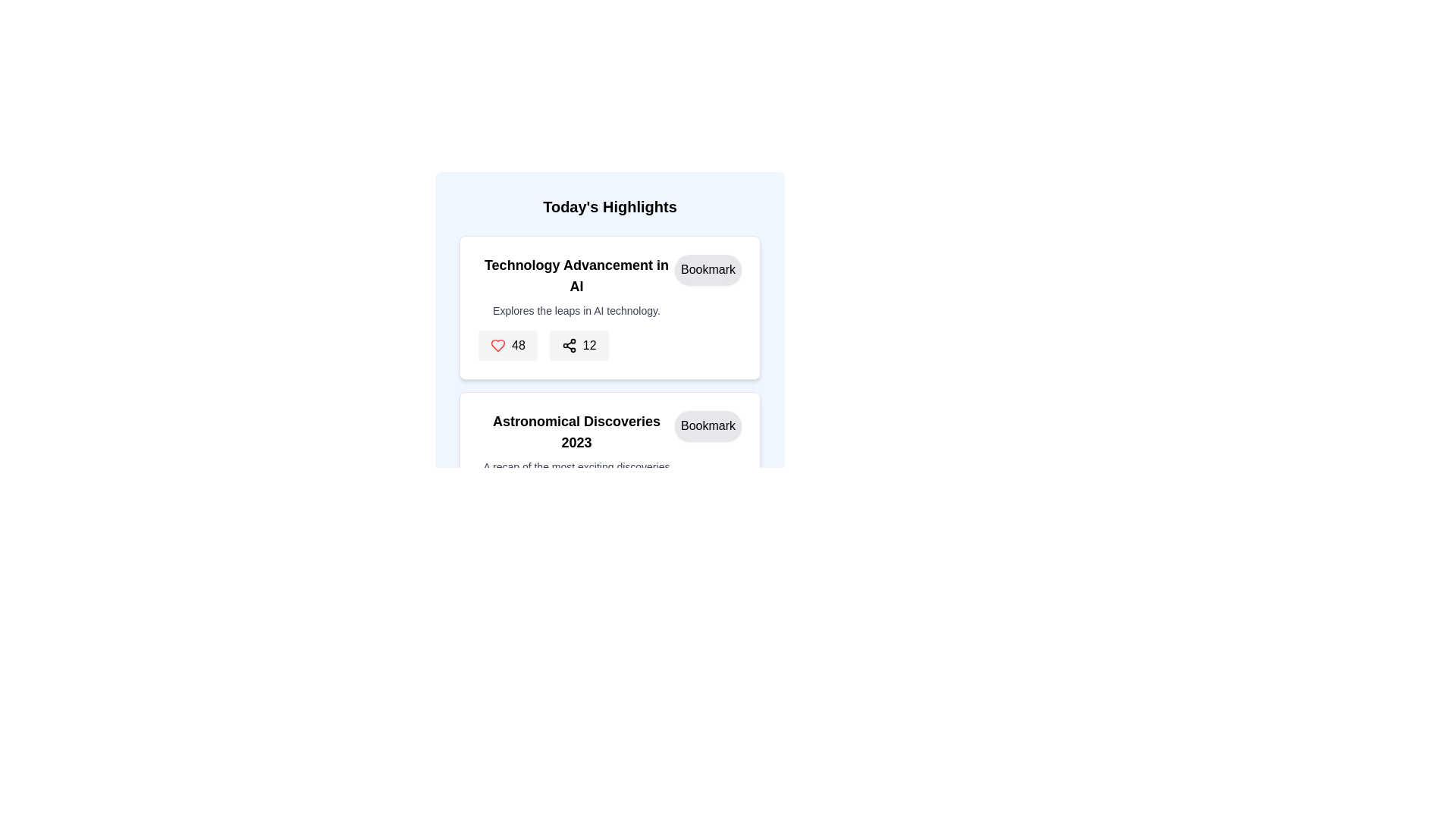  What do you see at coordinates (610, 309) in the screenshot?
I see `the first informational card titled 'Technology Advancement in AI'` at bounding box center [610, 309].